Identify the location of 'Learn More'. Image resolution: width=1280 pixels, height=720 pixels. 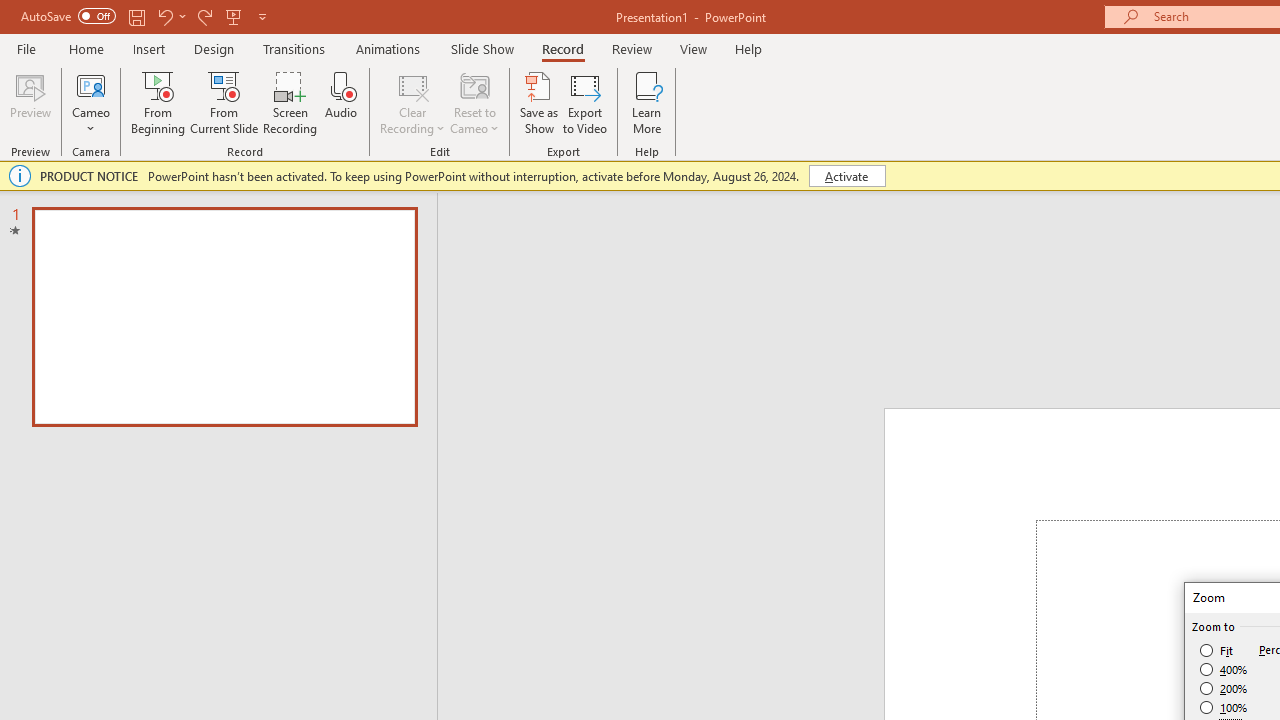
(647, 103).